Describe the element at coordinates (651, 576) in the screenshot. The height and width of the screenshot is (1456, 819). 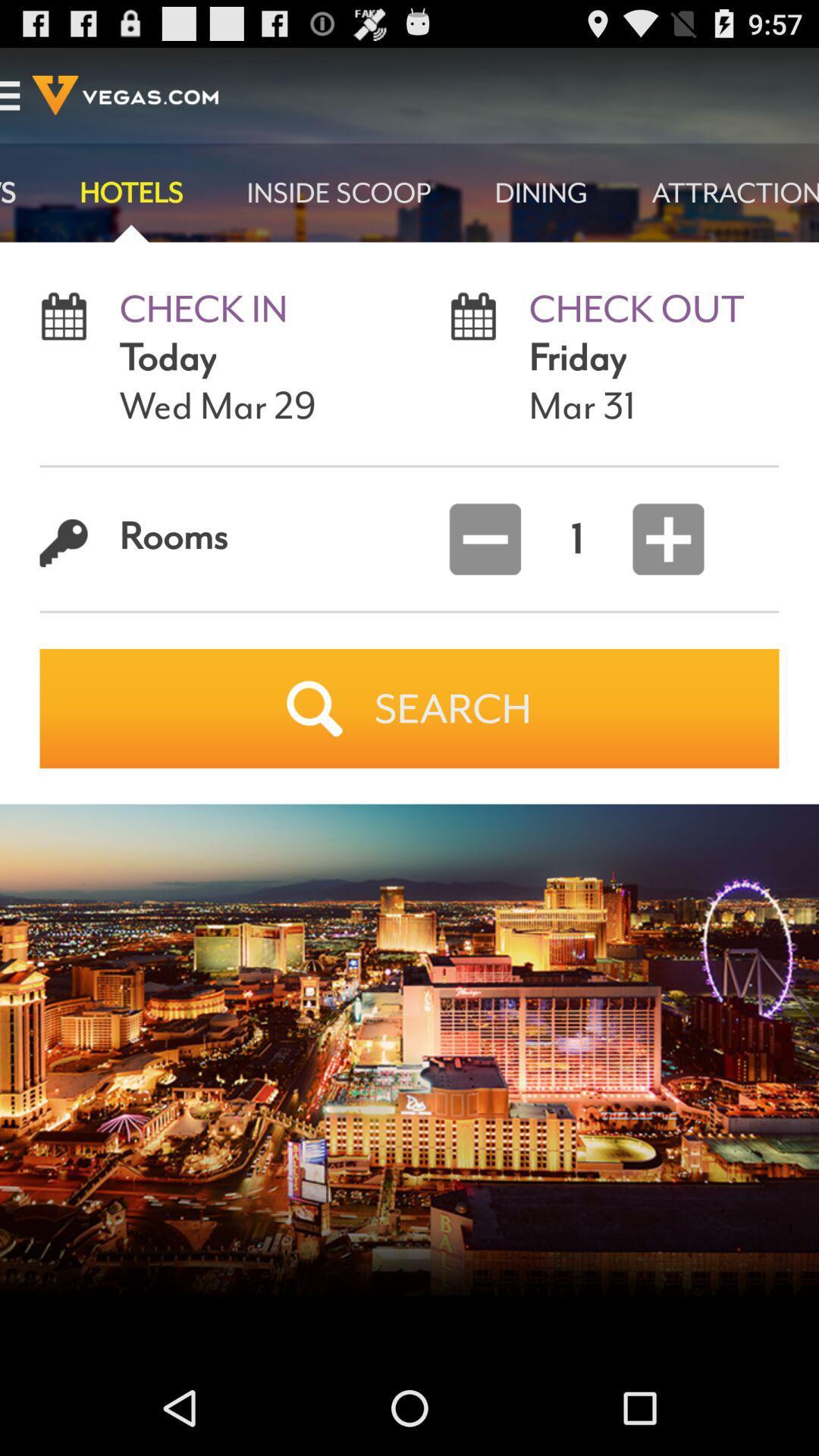
I see `the add icon` at that location.